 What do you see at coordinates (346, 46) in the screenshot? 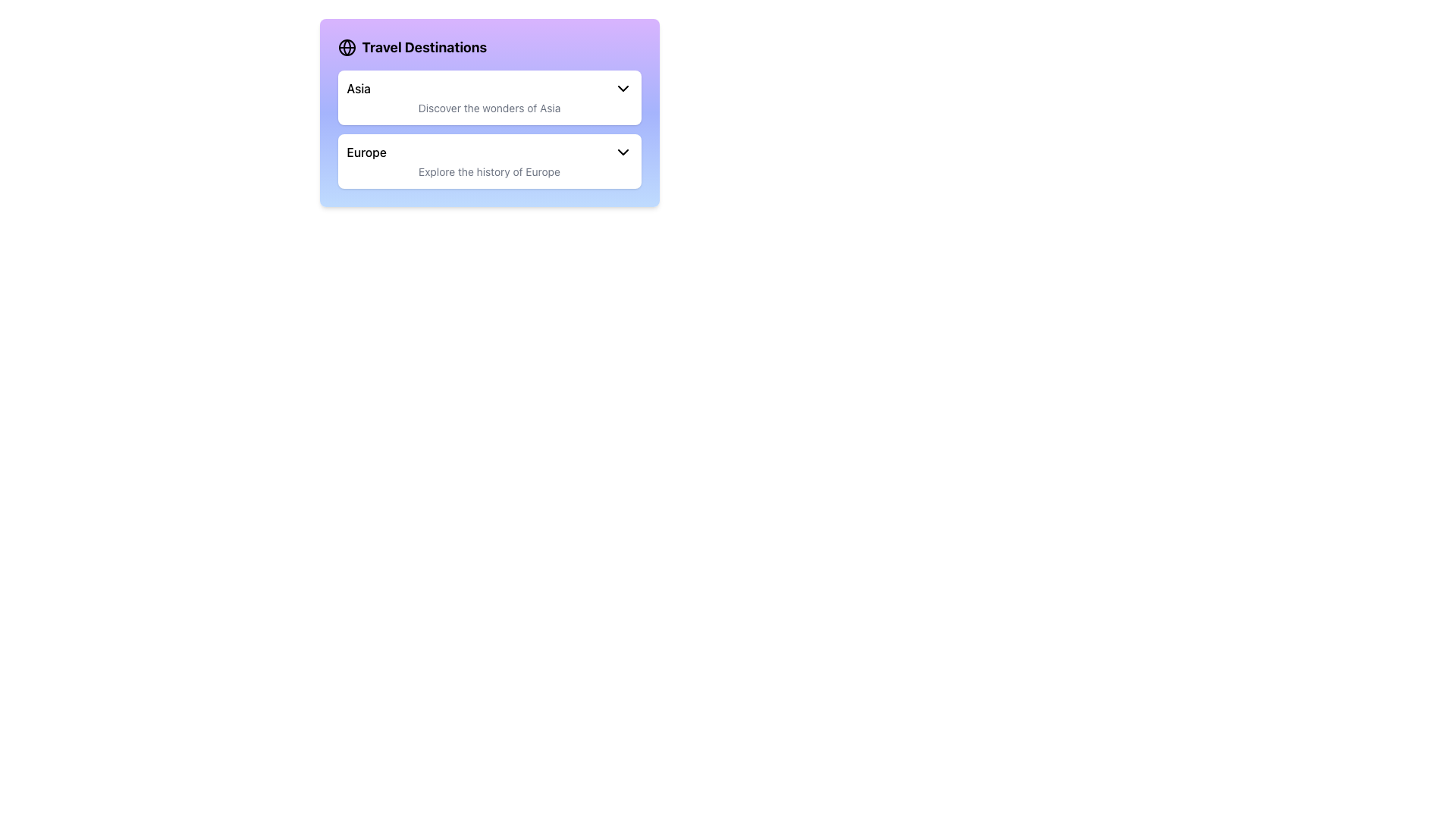
I see `the Circle (SVG Component) that is part of the globe icon, located near the top-left corner of the interface, adjacent to the heading 'Travel Destinations.'` at bounding box center [346, 46].